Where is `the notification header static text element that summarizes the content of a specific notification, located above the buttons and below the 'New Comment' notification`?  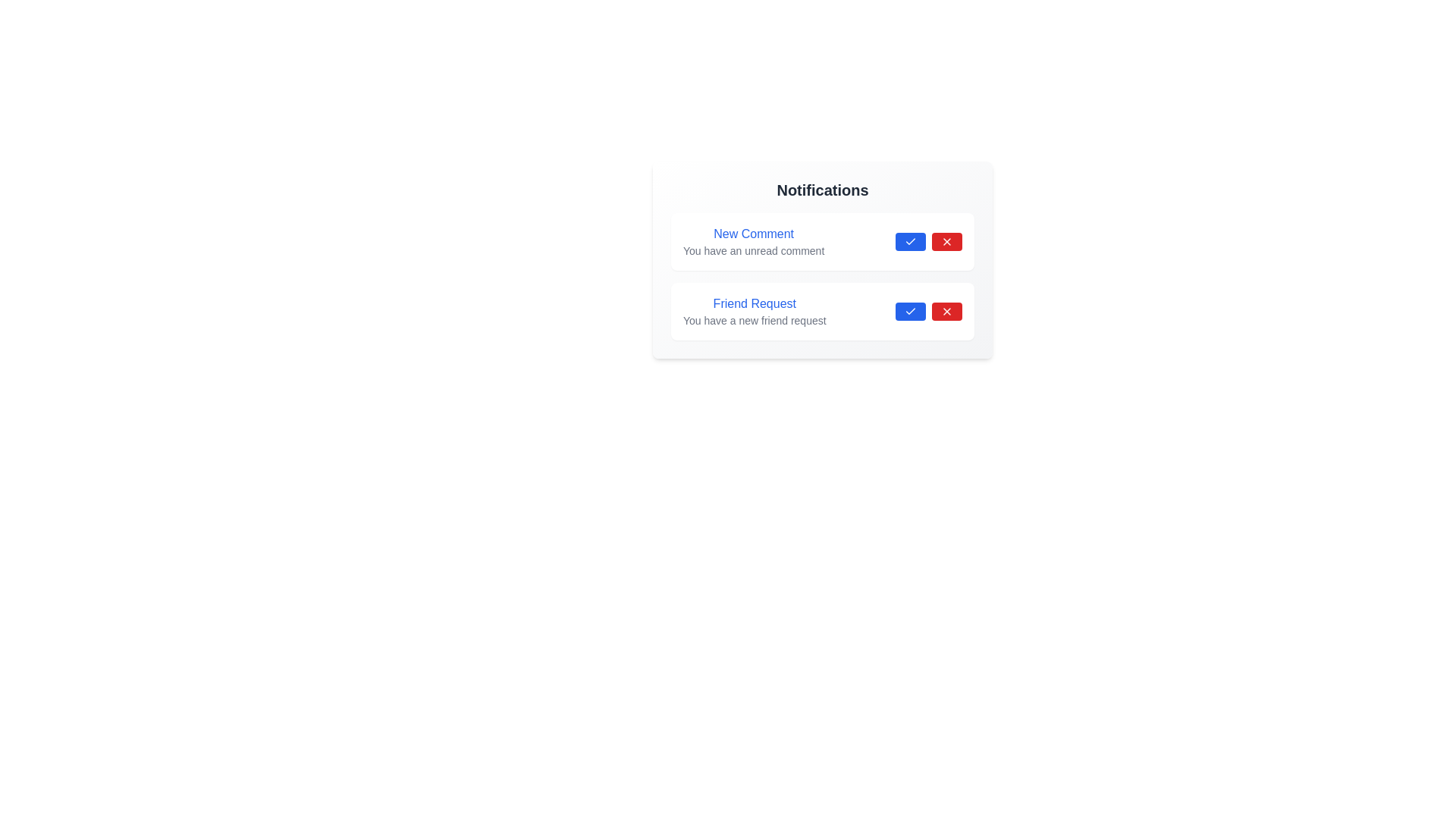
the notification header static text element that summarizes the content of a specific notification, located above the buttons and below the 'New Comment' notification is located at coordinates (755, 304).